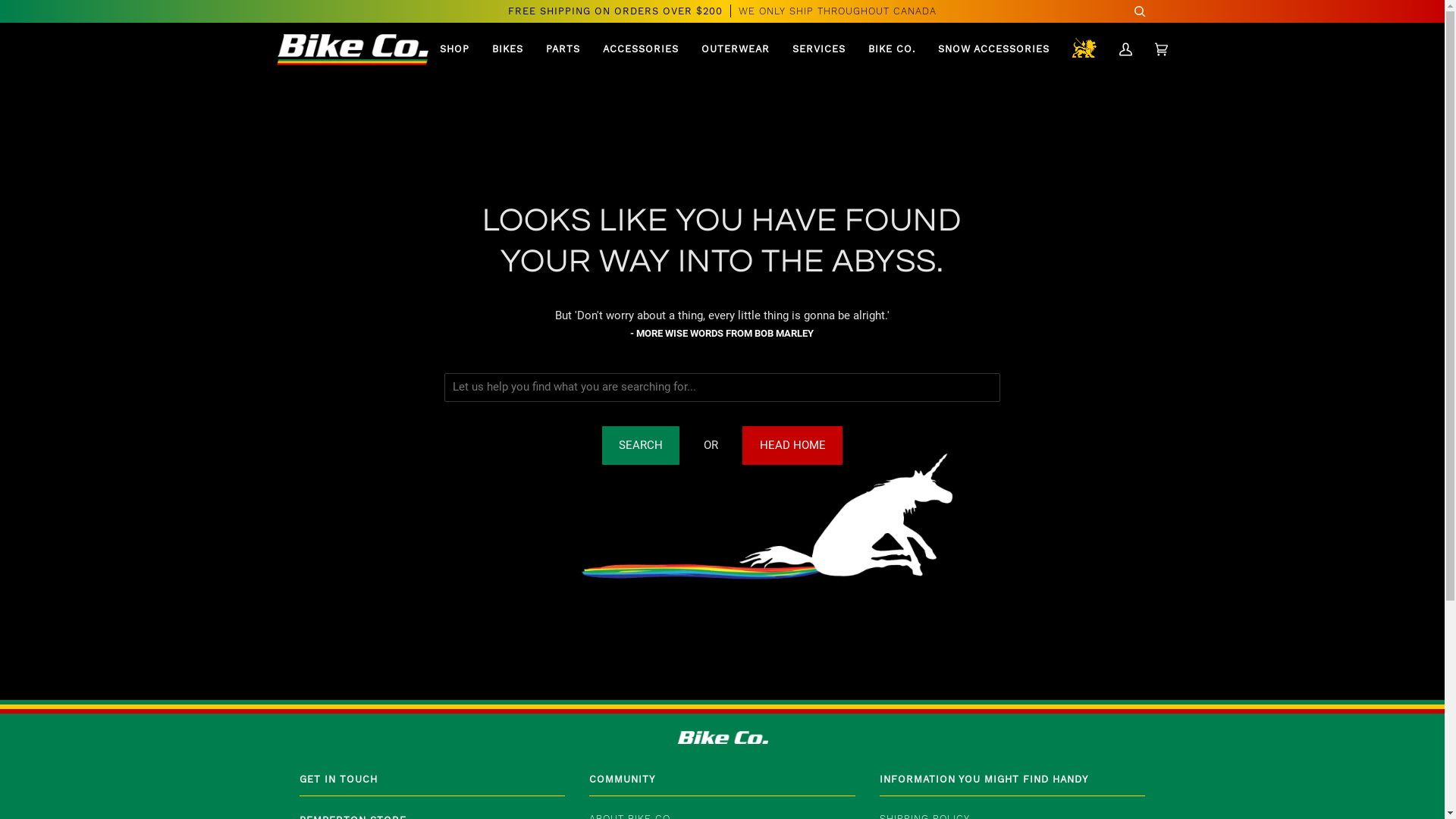  Describe the element at coordinates (892, 49) in the screenshot. I see `'BIKE CO.'` at that location.